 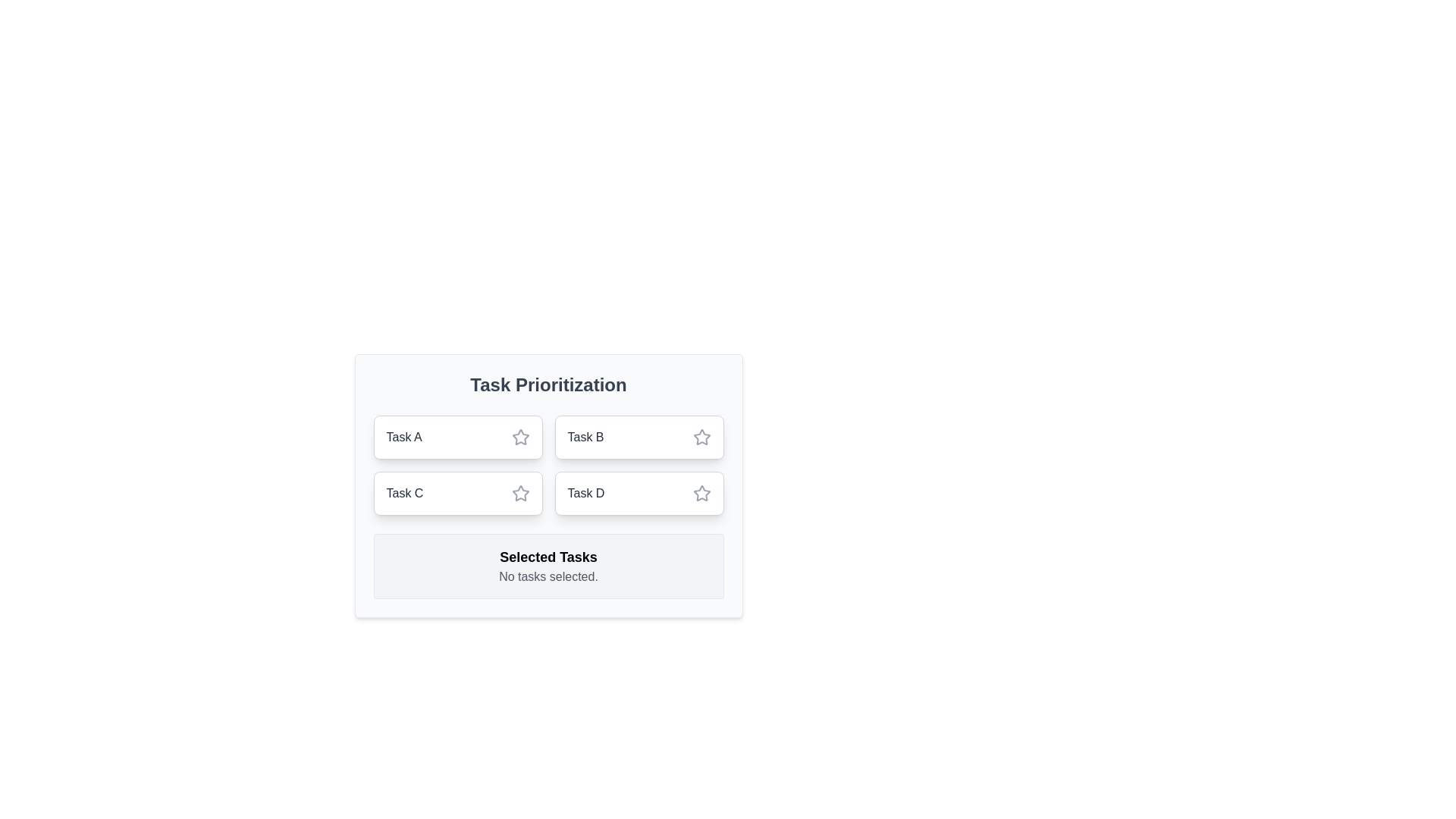 I want to click on the task Task C by clicking on its chip, so click(x=457, y=494).